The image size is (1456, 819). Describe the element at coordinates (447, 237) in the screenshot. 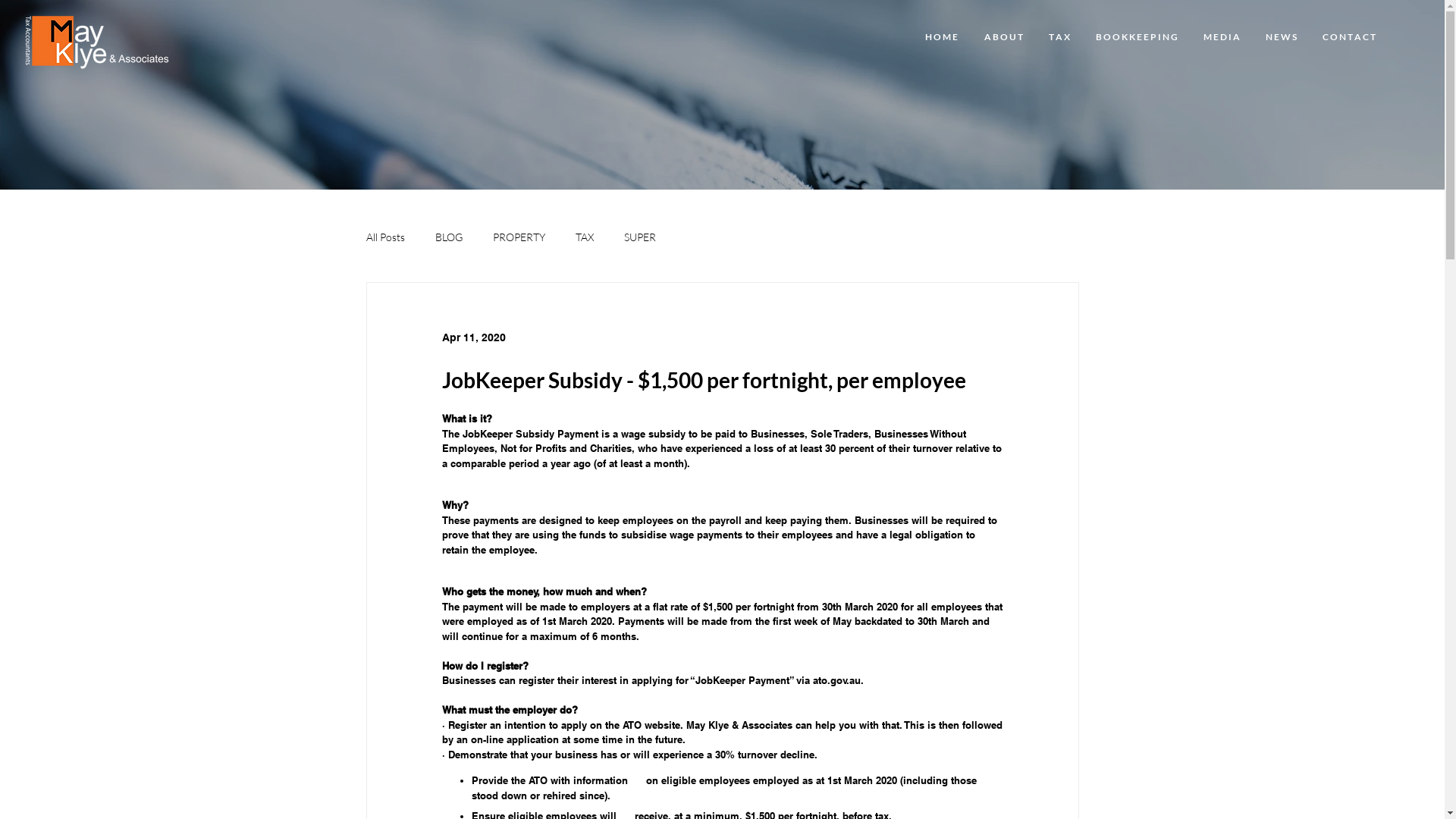

I see `'BLOG'` at that location.